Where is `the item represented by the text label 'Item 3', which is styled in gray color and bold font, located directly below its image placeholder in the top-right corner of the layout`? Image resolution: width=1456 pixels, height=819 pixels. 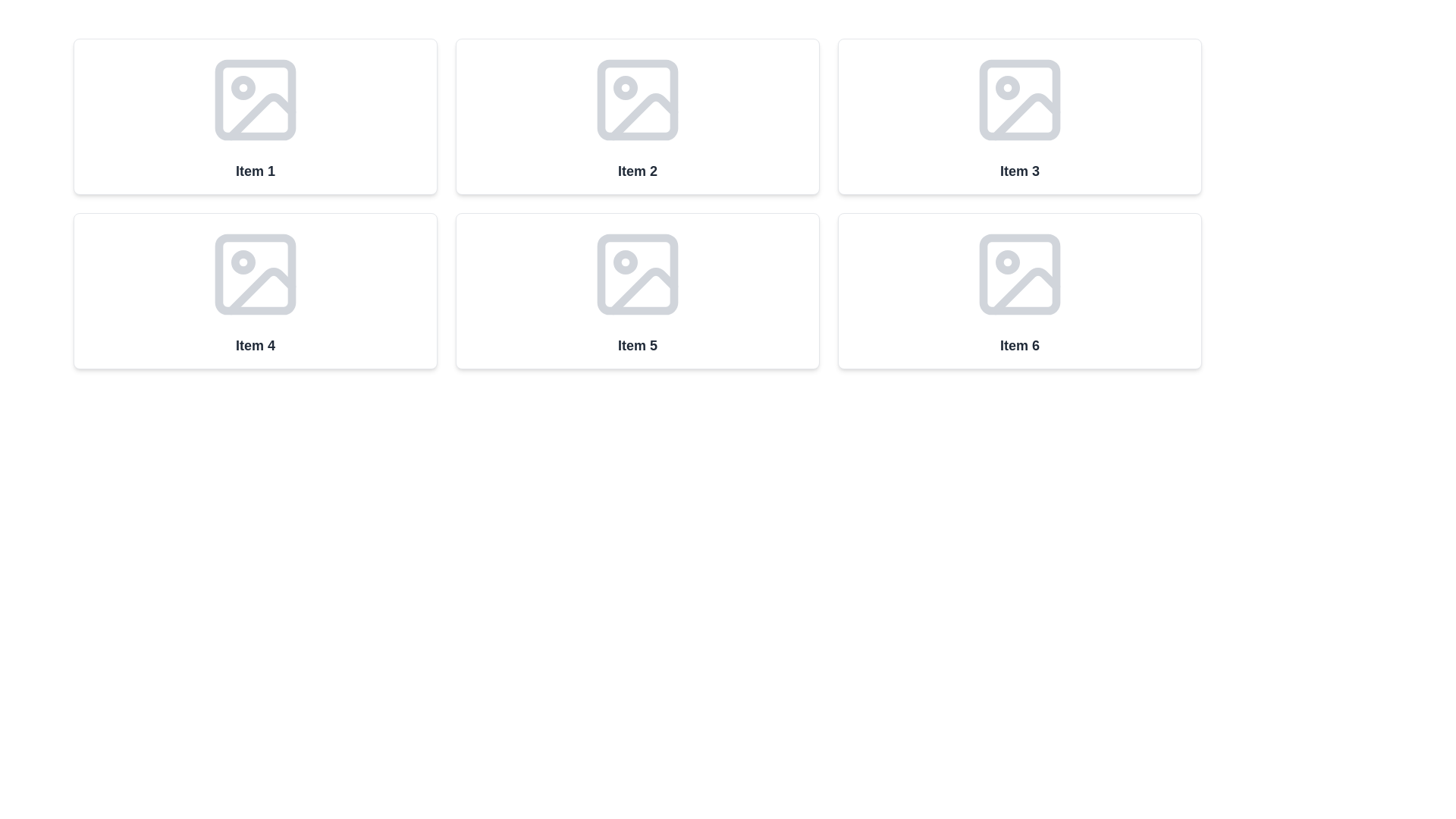
the item represented by the text label 'Item 3', which is styled in gray color and bold font, located directly below its image placeholder in the top-right corner of the layout is located at coordinates (1019, 171).